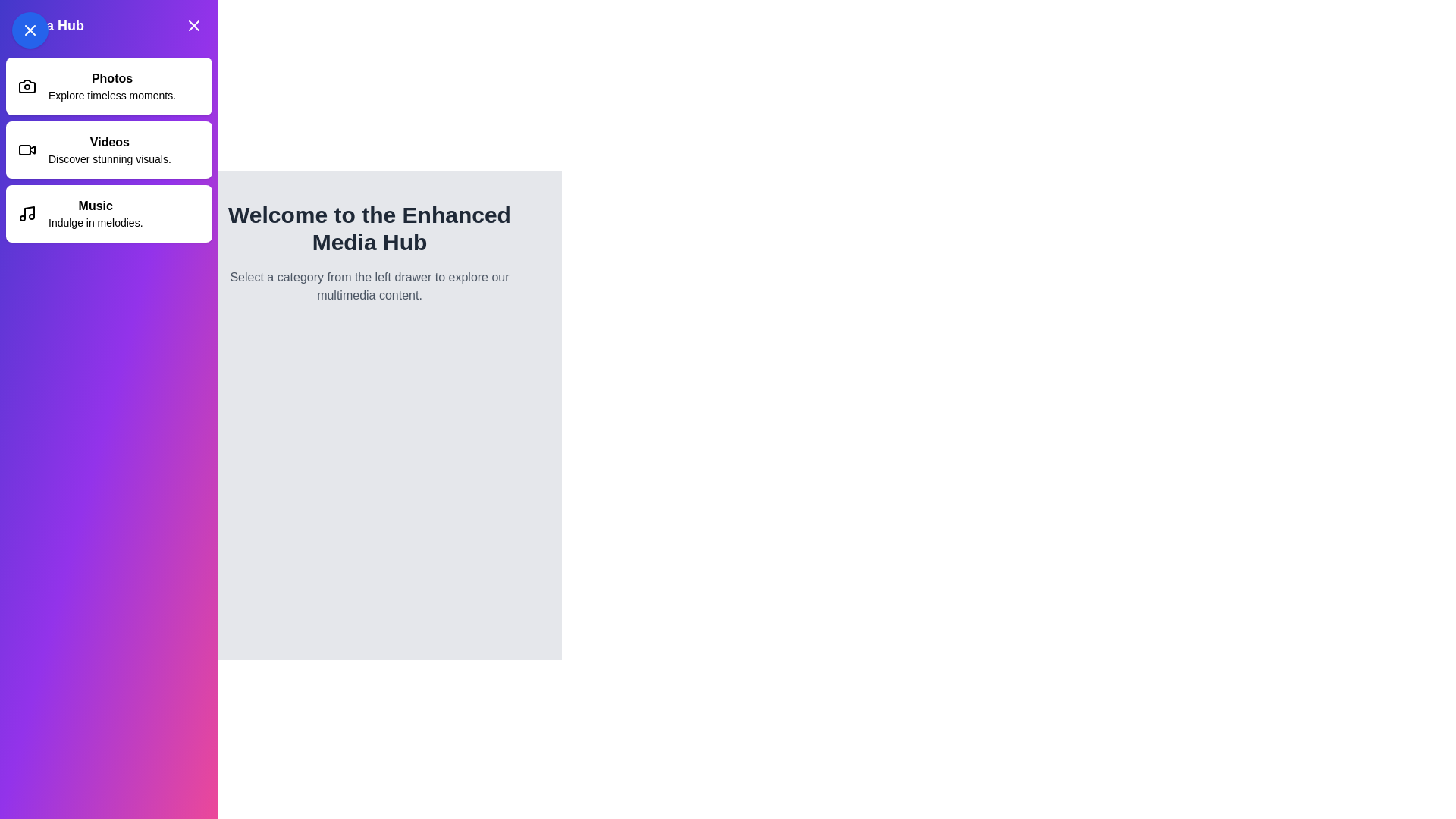 The image size is (1456, 819). What do you see at coordinates (108, 149) in the screenshot?
I see `the media category Videos from the list` at bounding box center [108, 149].